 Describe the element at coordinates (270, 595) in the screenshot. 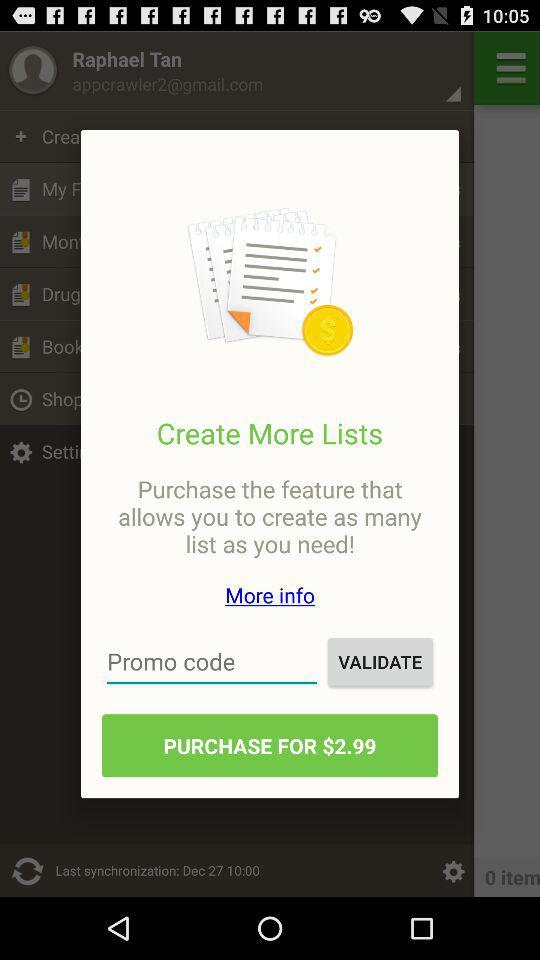

I see `more info item` at that location.